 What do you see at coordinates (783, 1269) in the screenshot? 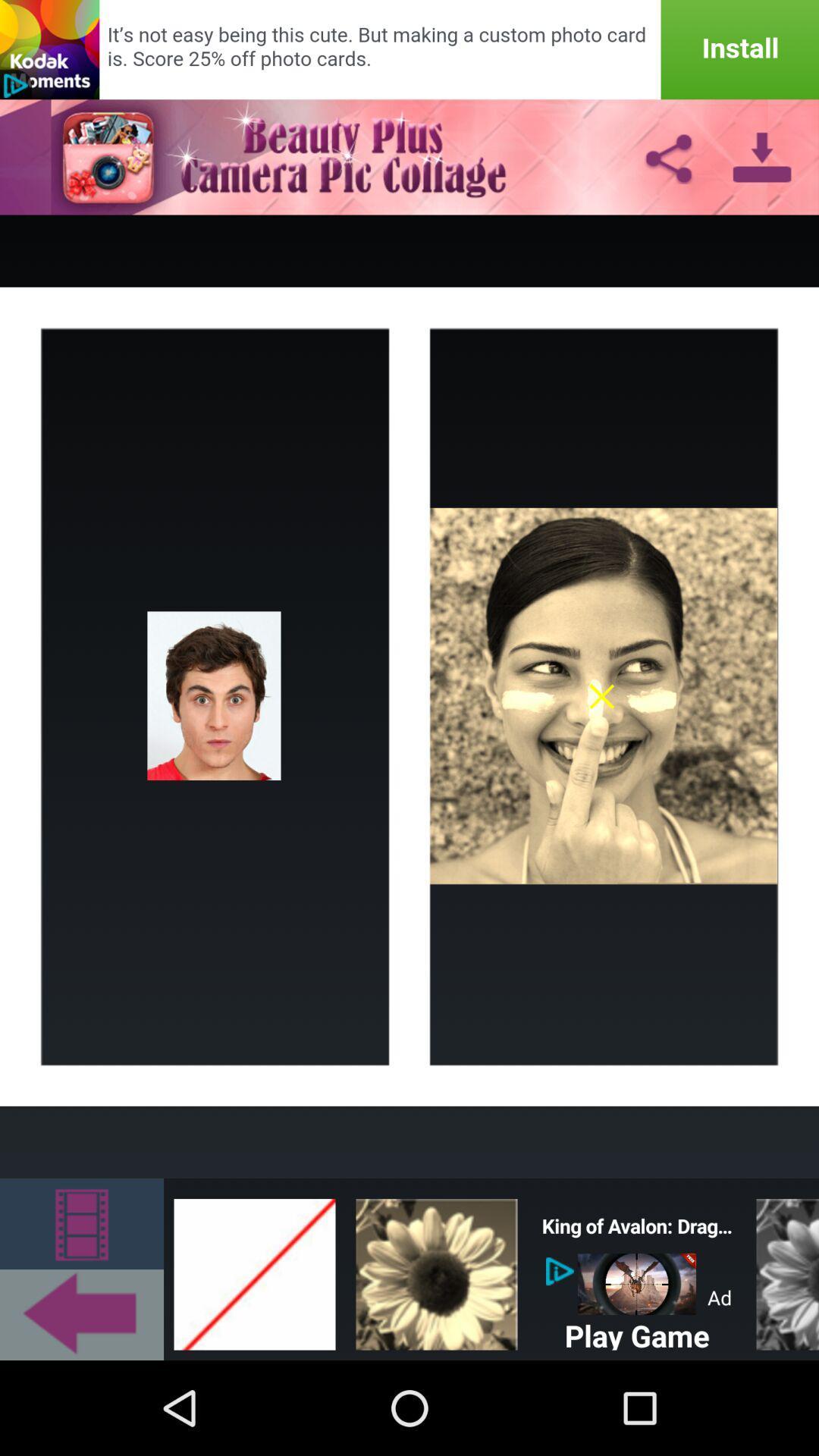
I see `image right to play game option` at bounding box center [783, 1269].